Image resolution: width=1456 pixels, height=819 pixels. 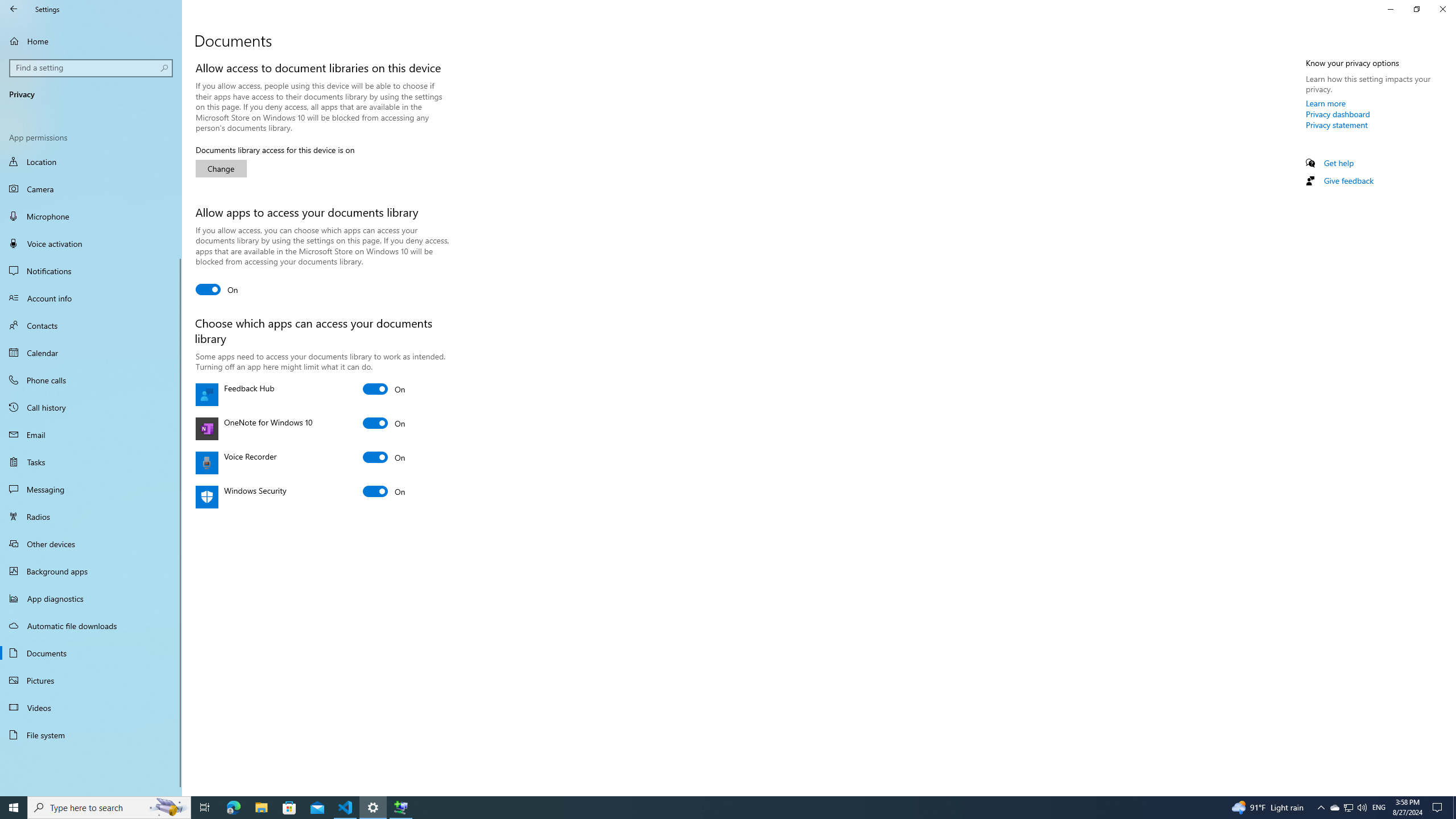 What do you see at coordinates (1338, 163) in the screenshot?
I see `'Get help'` at bounding box center [1338, 163].